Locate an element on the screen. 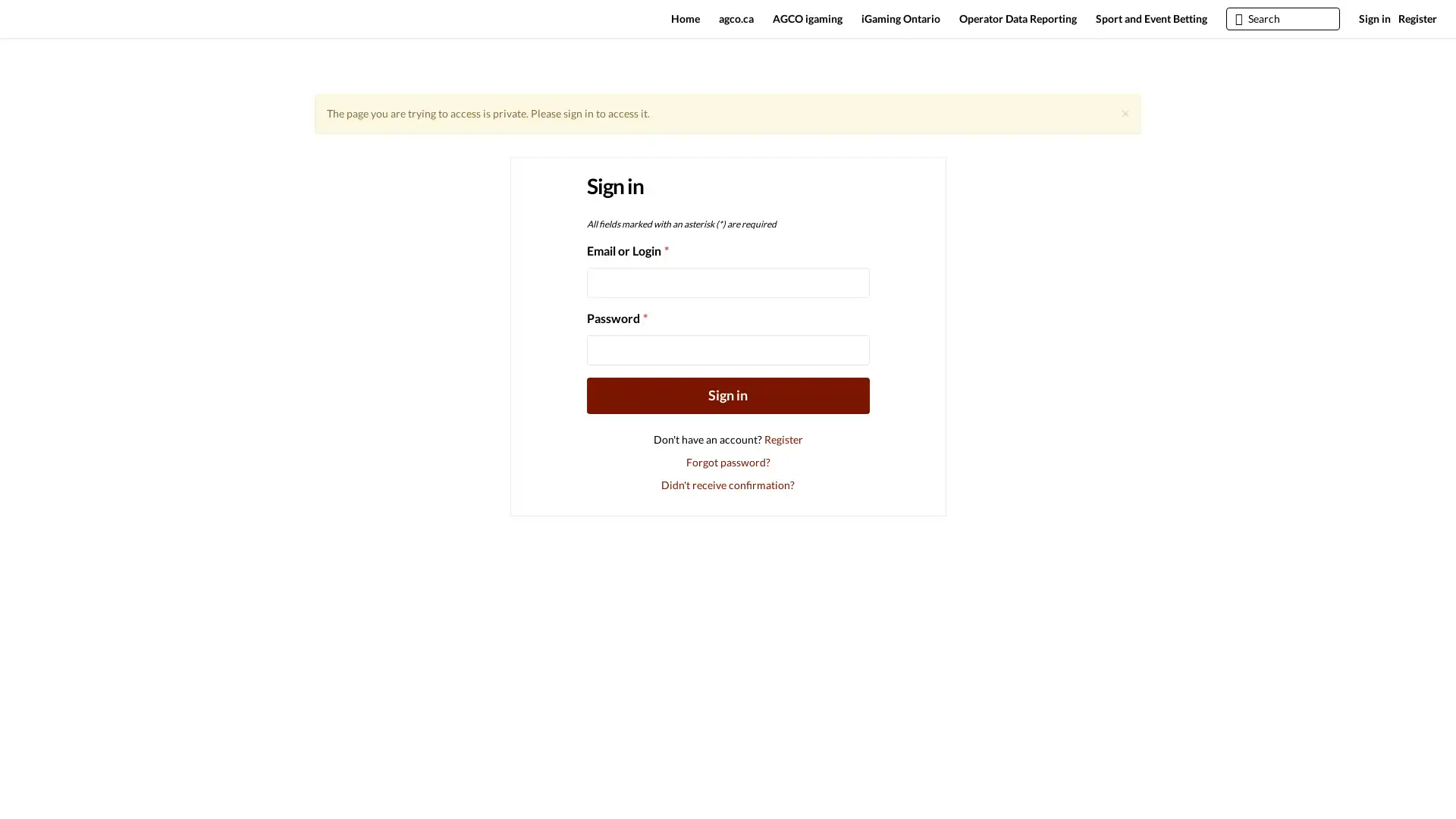 Image resolution: width=1456 pixels, height=819 pixels. Register is located at coordinates (783, 445).